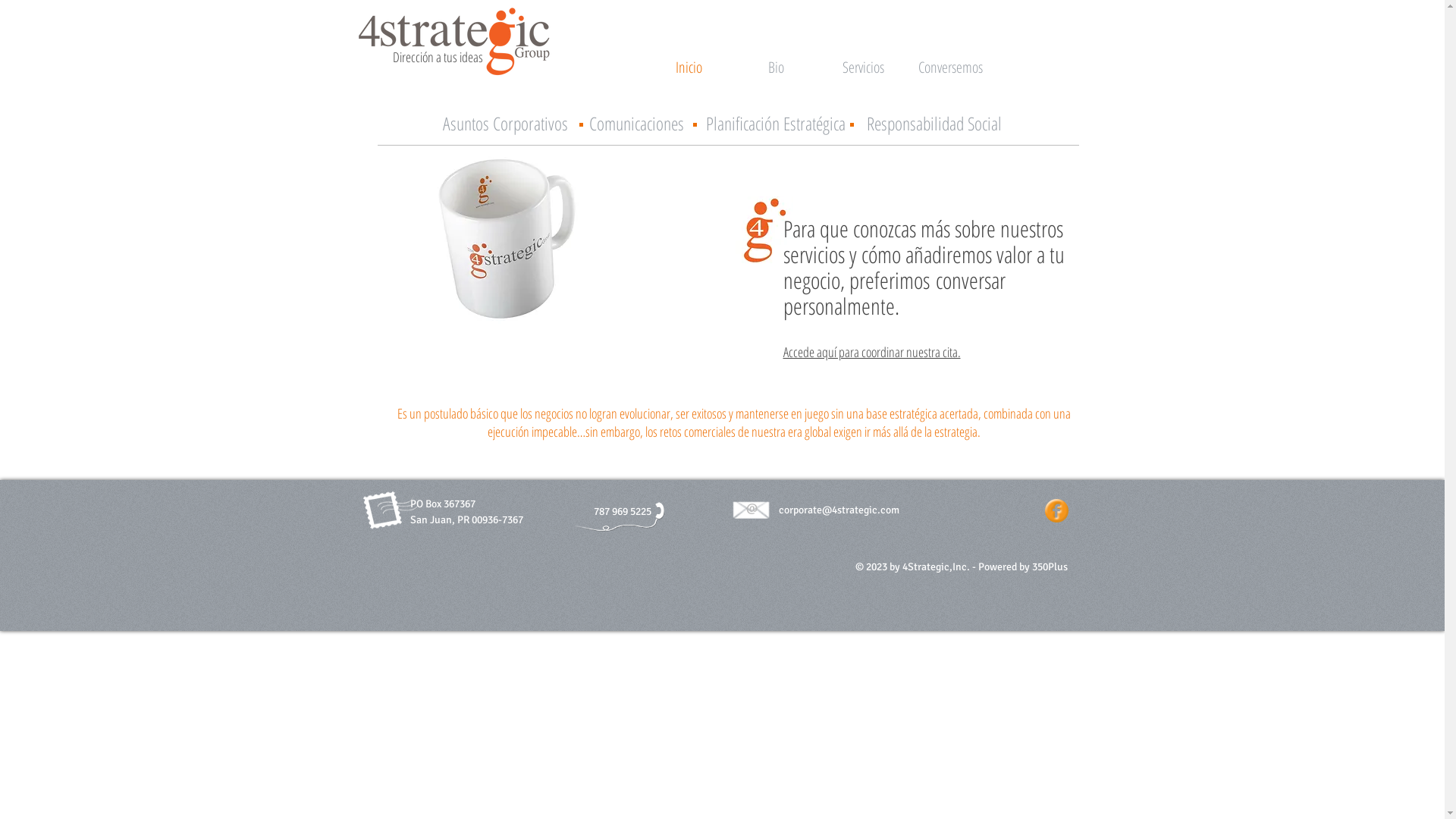 The image size is (1456, 819). I want to click on 'Conversemos', so click(949, 66).